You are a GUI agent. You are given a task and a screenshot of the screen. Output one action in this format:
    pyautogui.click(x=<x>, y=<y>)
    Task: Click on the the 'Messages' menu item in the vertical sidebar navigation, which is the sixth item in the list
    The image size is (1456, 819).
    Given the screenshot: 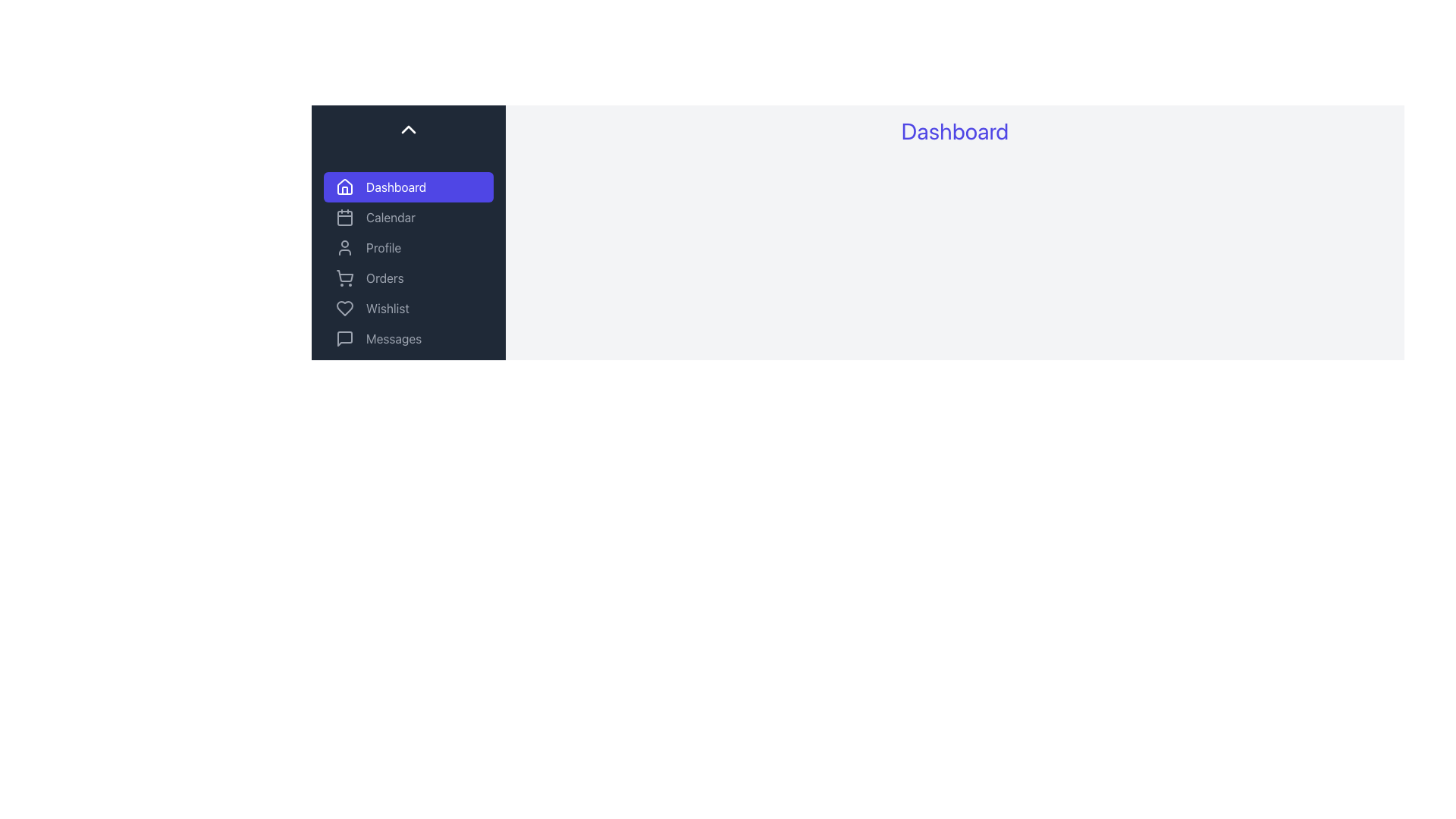 What is the action you would take?
    pyautogui.click(x=408, y=338)
    